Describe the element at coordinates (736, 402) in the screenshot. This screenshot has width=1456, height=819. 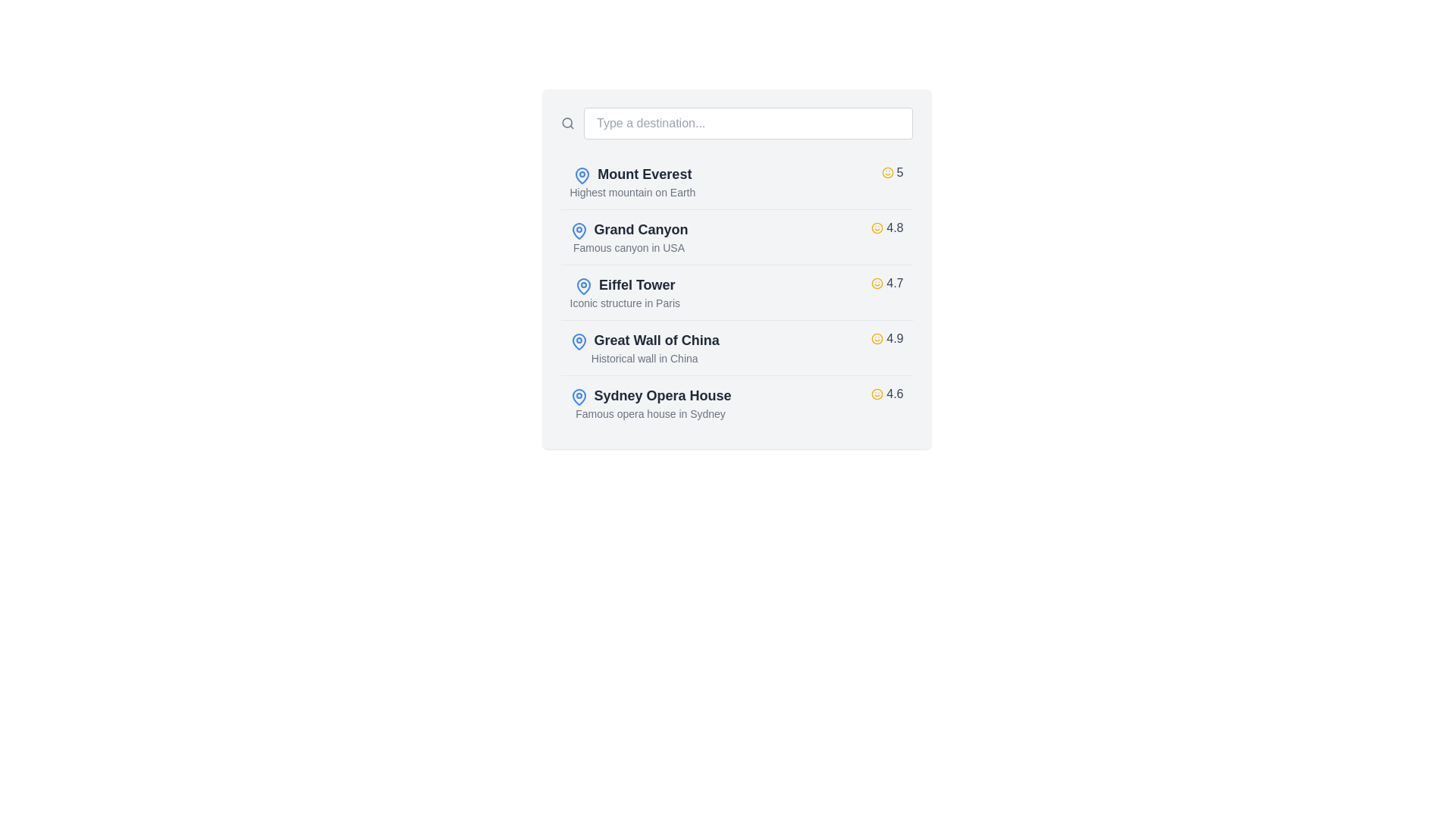
I see `the fifth item in the vertical list that provides information about the Sydney Opera House` at that location.